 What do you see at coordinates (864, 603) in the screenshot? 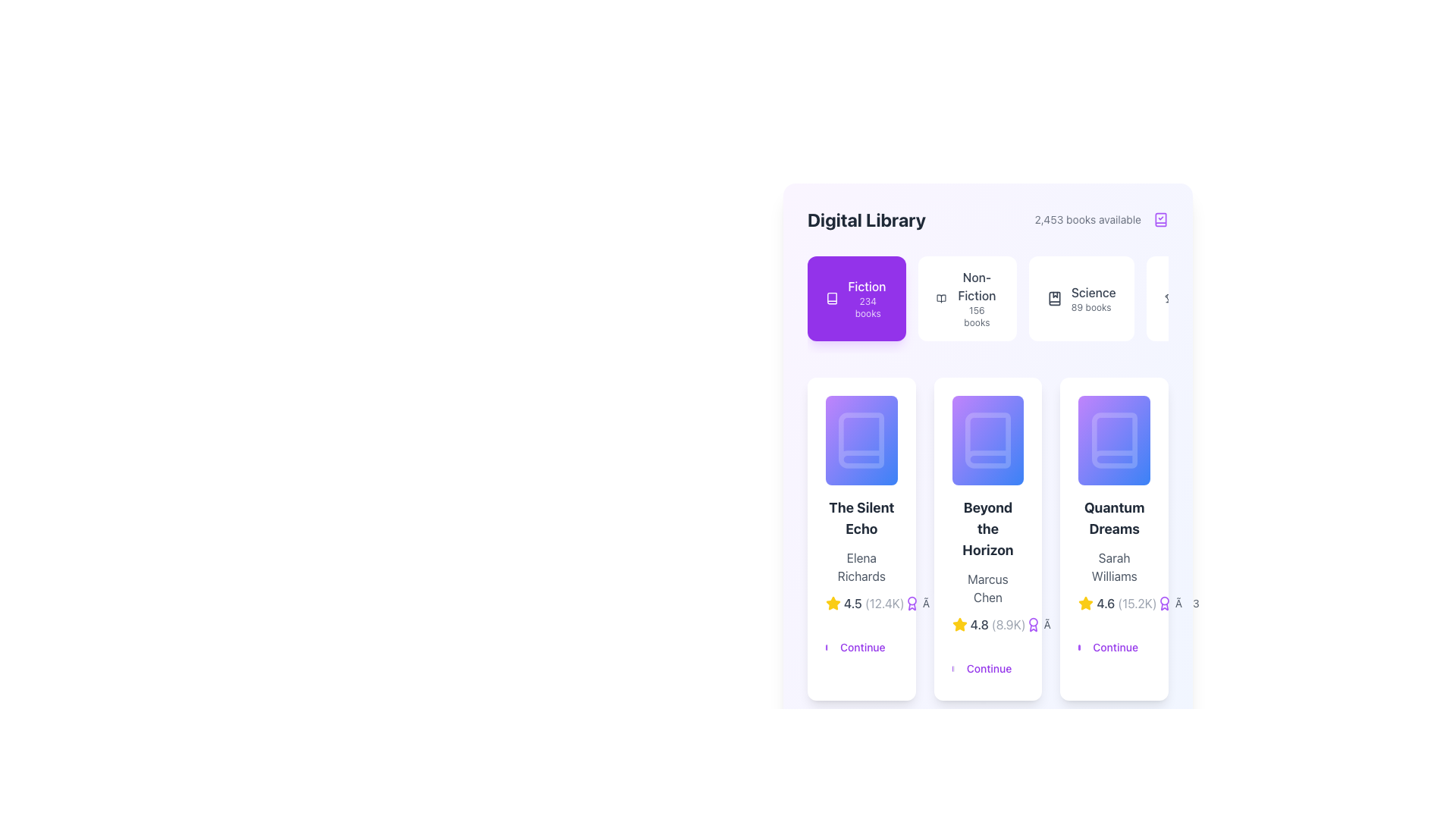
I see `the rating display showing '4.5' stars and '(12.4K)' reviews under the 'Fiction' category in the first card titled 'The Silent Echo' by Elena Richards` at bounding box center [864, 603].